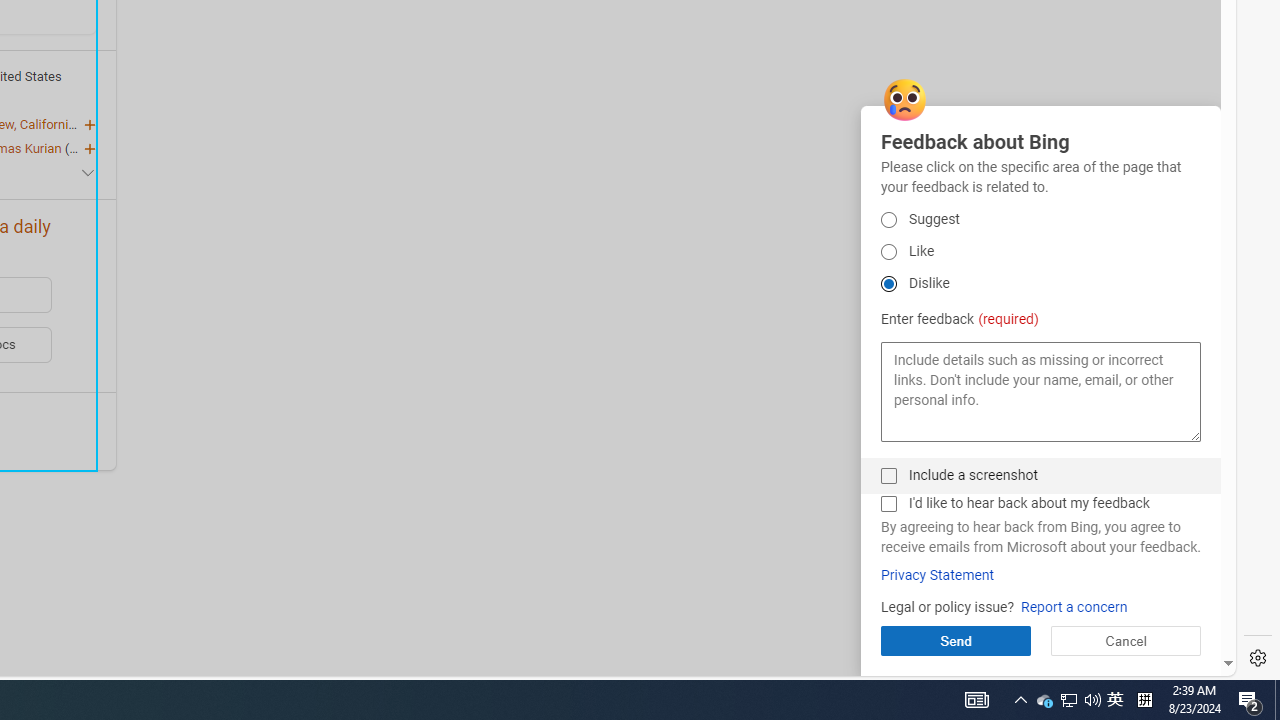 The height and width of the screenshot is (720, 1280). What do you see at coordinates (887, 219) in the screenshot?
I see `'Suggest'` at bounding box center [887, 219].